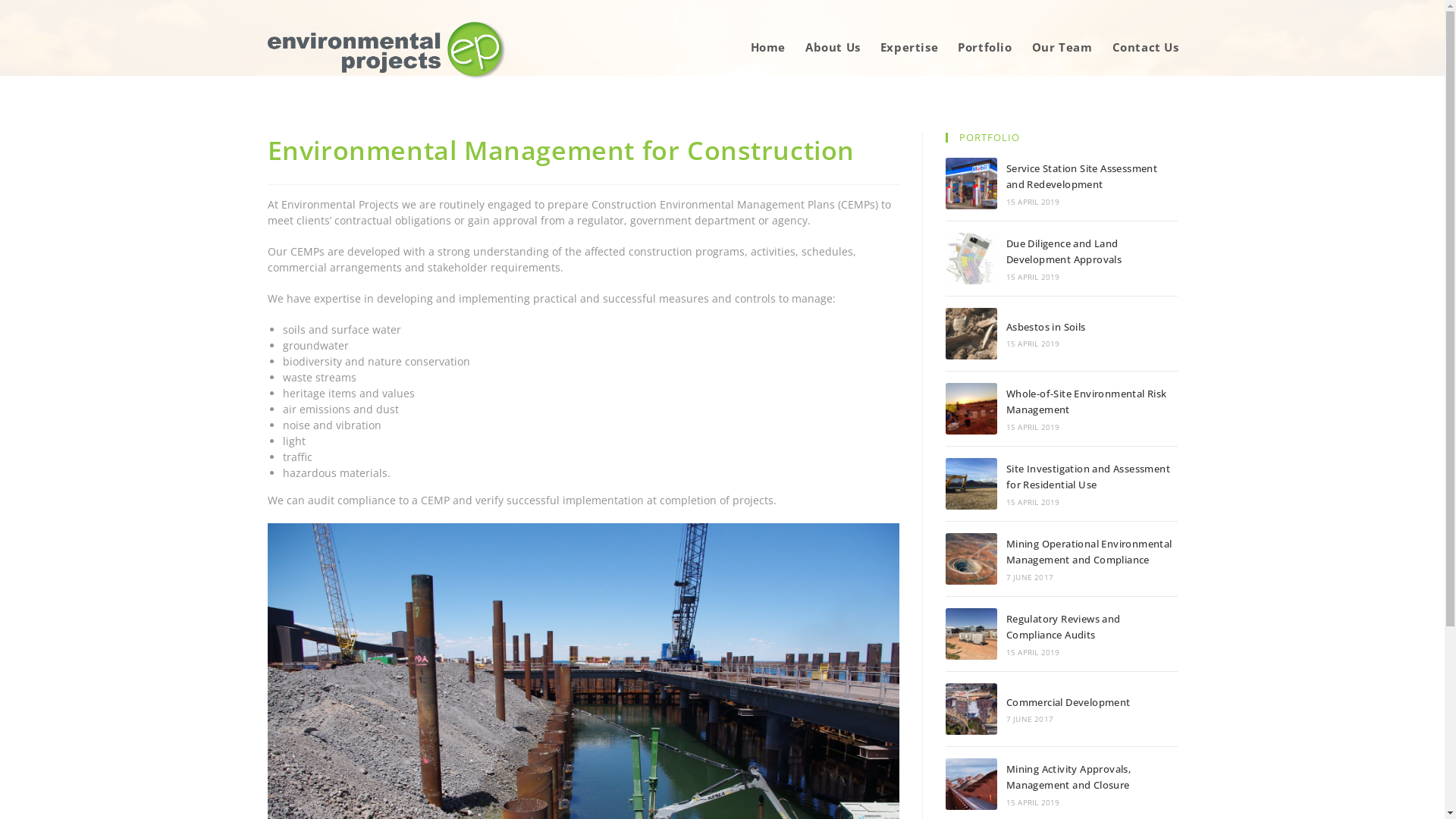  What do you see at coordinates (971, 257) in the screenshot?
I see `'Due Diligence and Land Development Approvals'` at bounding box center [971, 257].